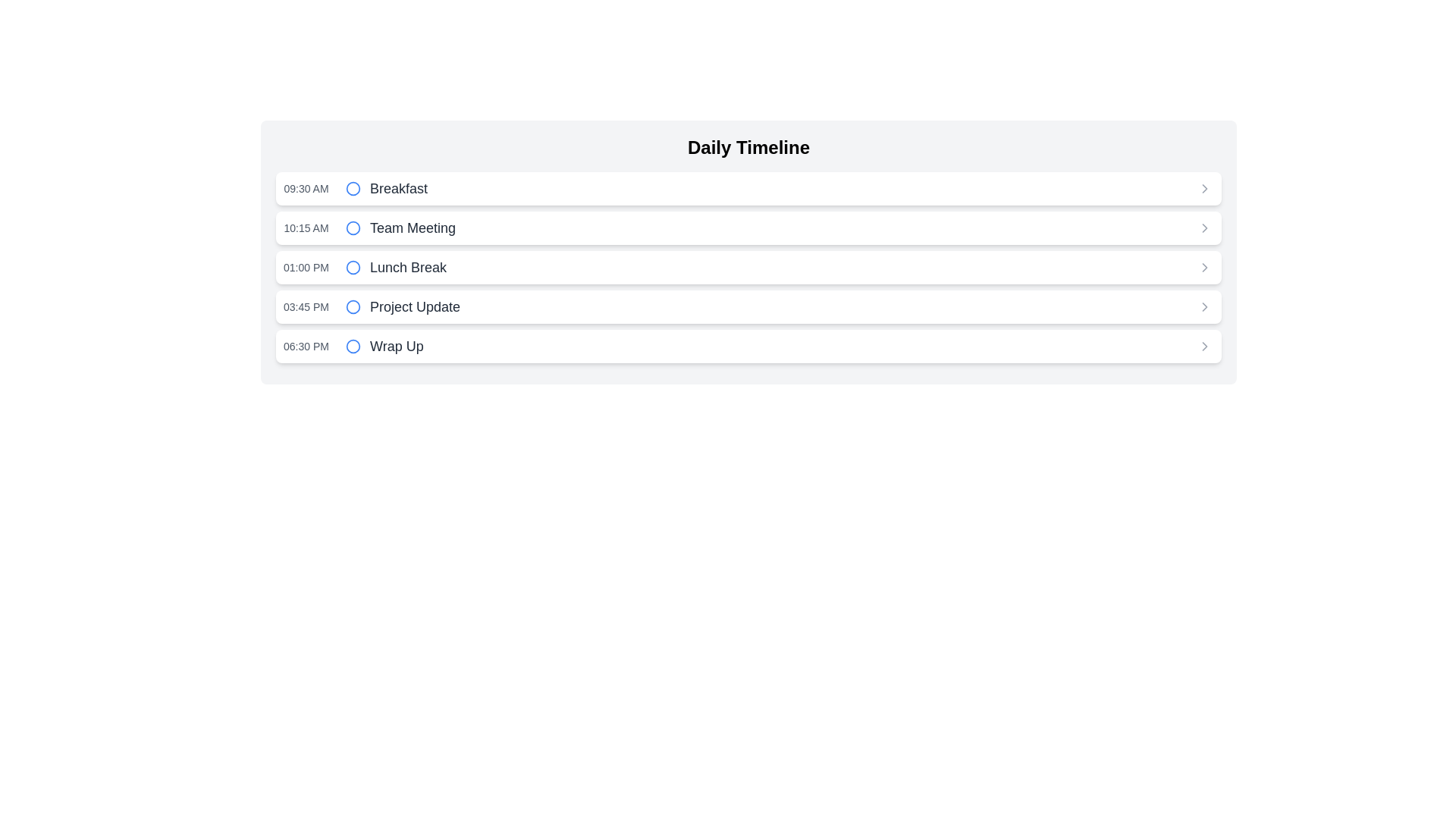 The width and height of the screenshot is (1456, 819). What do you see at coordinates (1203, 227) in the screenshot?
I see `the Chevron icon button located at the far right of the 'Team Meeting' entry in the timeline list` at bounding box center [1203, 227].